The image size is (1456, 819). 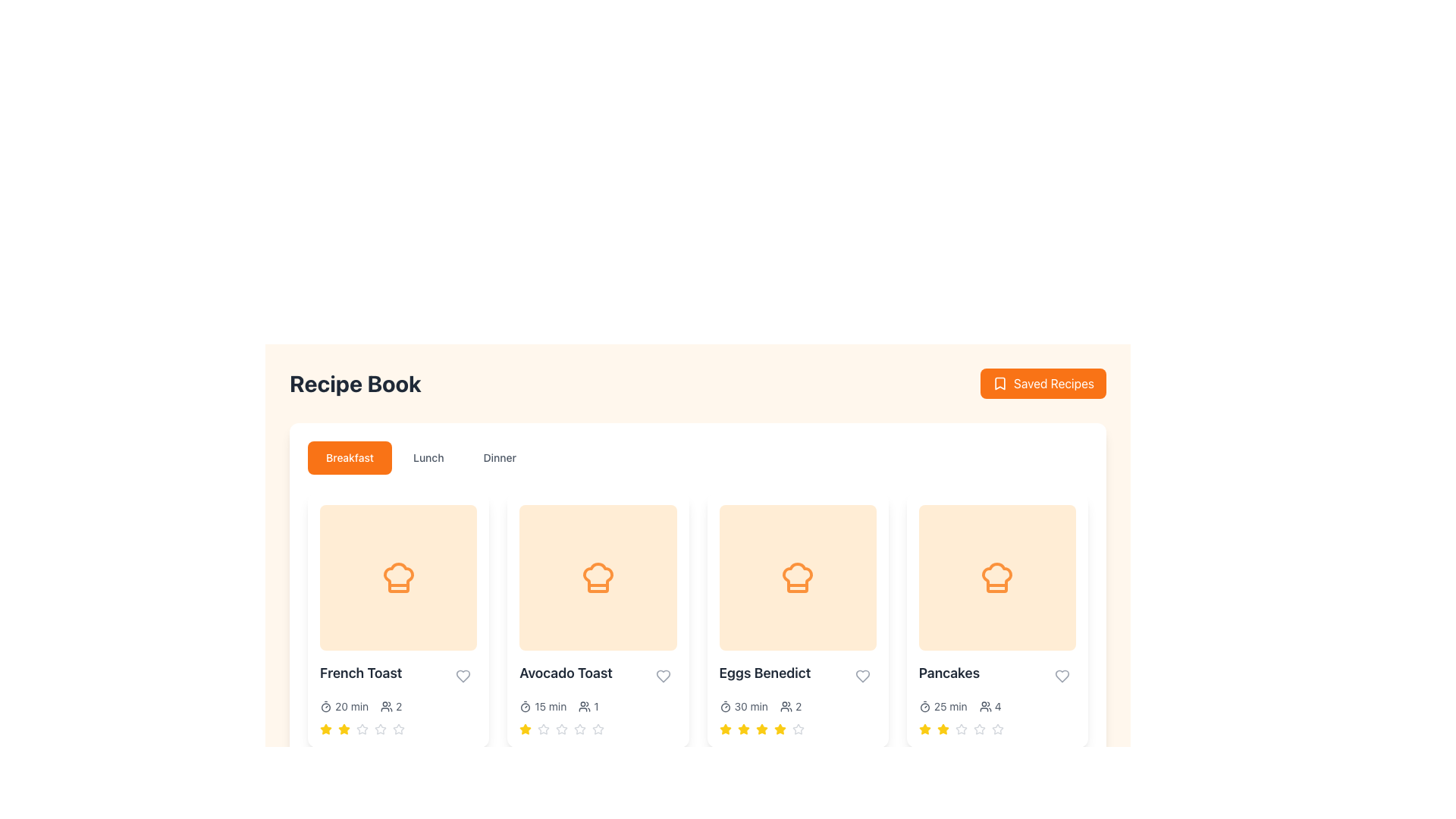 What do you see at coordinates (354, 382) in the screenshot?
I see `the Text Header that serves as the title for the recipe book section, located at the upper left section of the interface, positioned to the left of the 'Saved Recipes' button` at bounding box center [354, 382].